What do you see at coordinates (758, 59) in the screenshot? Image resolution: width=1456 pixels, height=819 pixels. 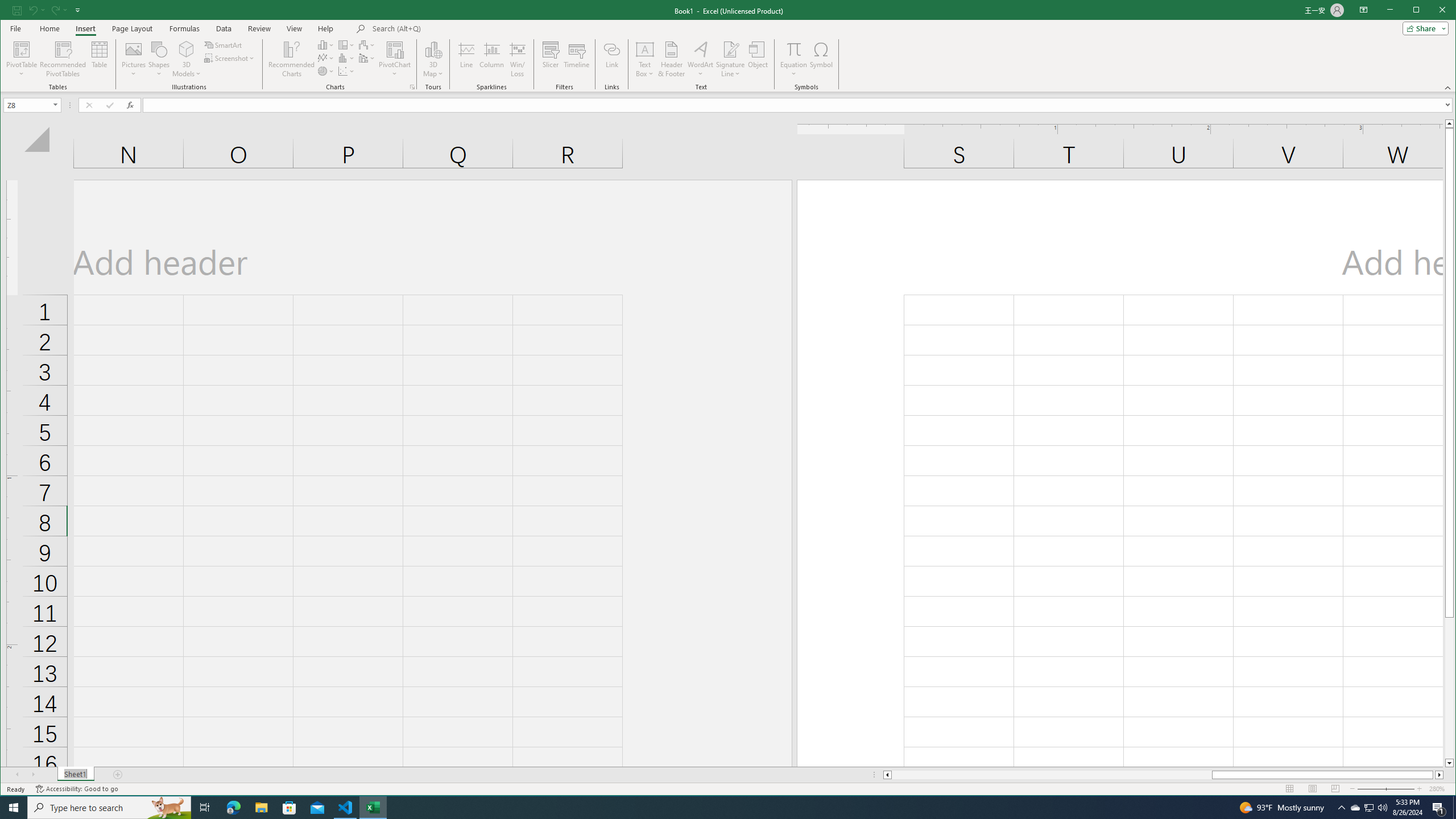 I see `'Object...'` at bounding box center [758, 59].